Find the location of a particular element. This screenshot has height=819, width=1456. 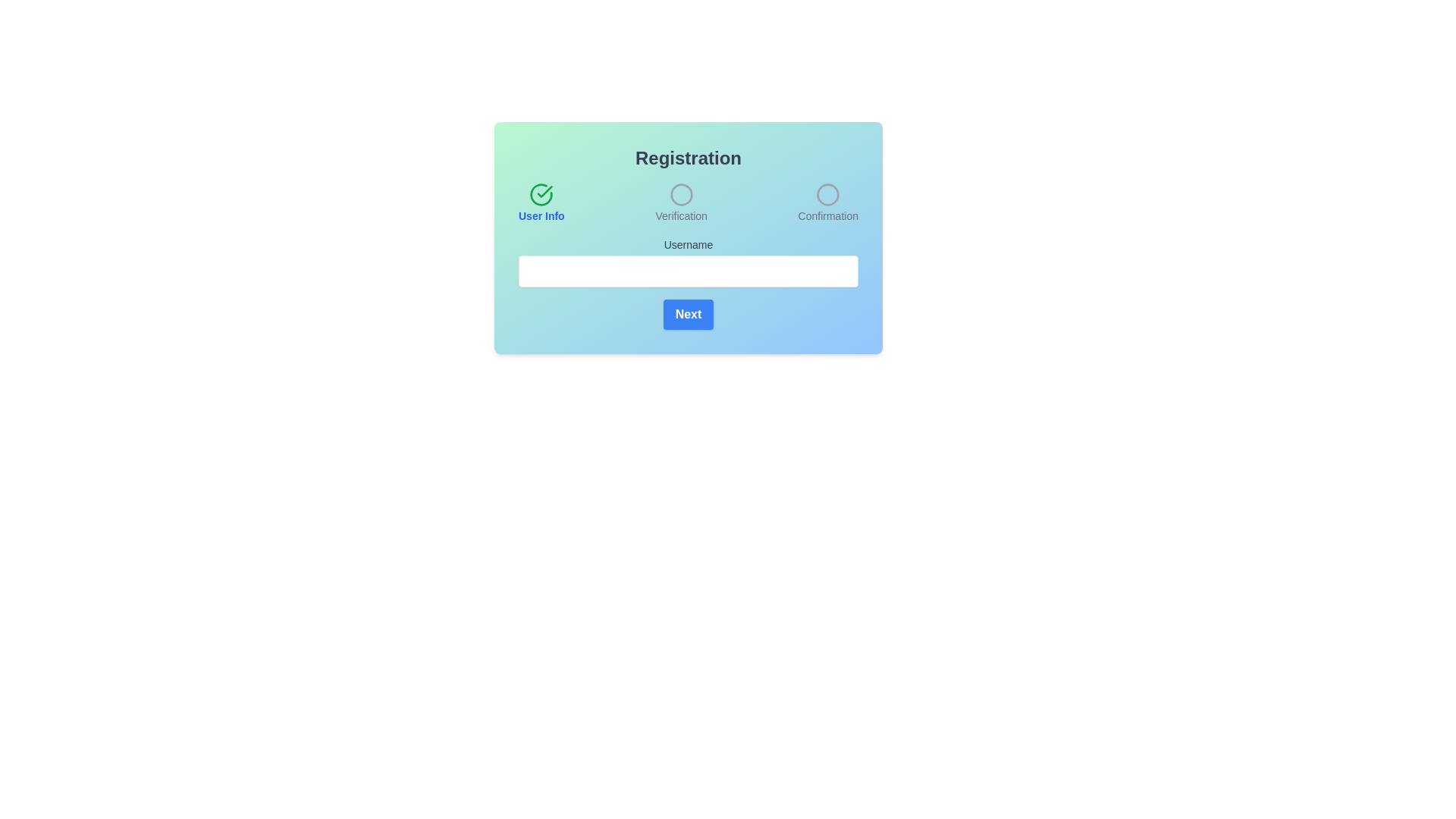

the green circular icon with a checkmark inside, located next to the 'User Info' label in the 'Registration' section of the registration card is located at coordinates (541, 194).